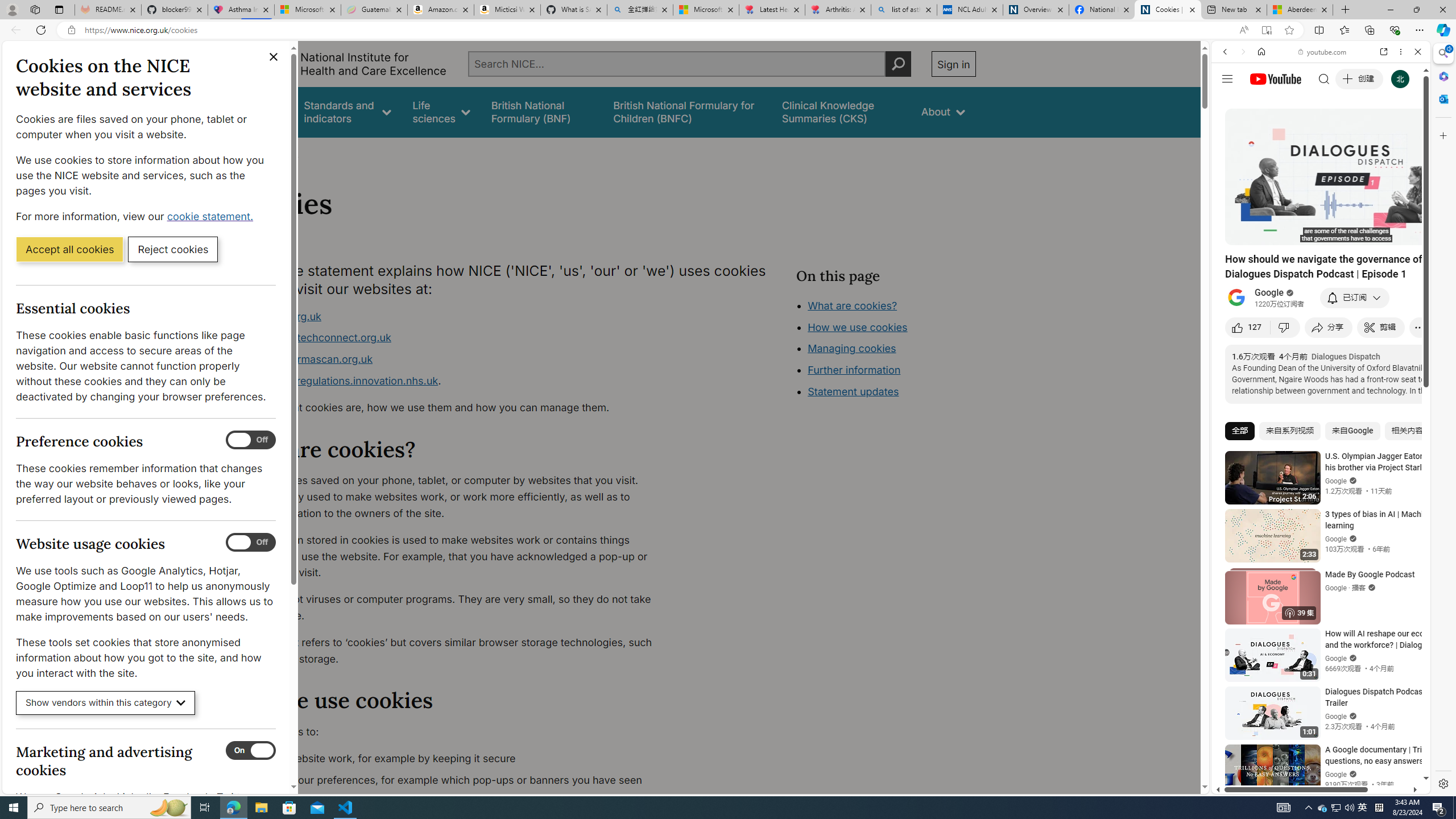 Image resolution: width=1456 pixels, height=819 pixels. Describe the element at coordinates (1319, 309) in the screenshot. I see `'Music'` at that location.